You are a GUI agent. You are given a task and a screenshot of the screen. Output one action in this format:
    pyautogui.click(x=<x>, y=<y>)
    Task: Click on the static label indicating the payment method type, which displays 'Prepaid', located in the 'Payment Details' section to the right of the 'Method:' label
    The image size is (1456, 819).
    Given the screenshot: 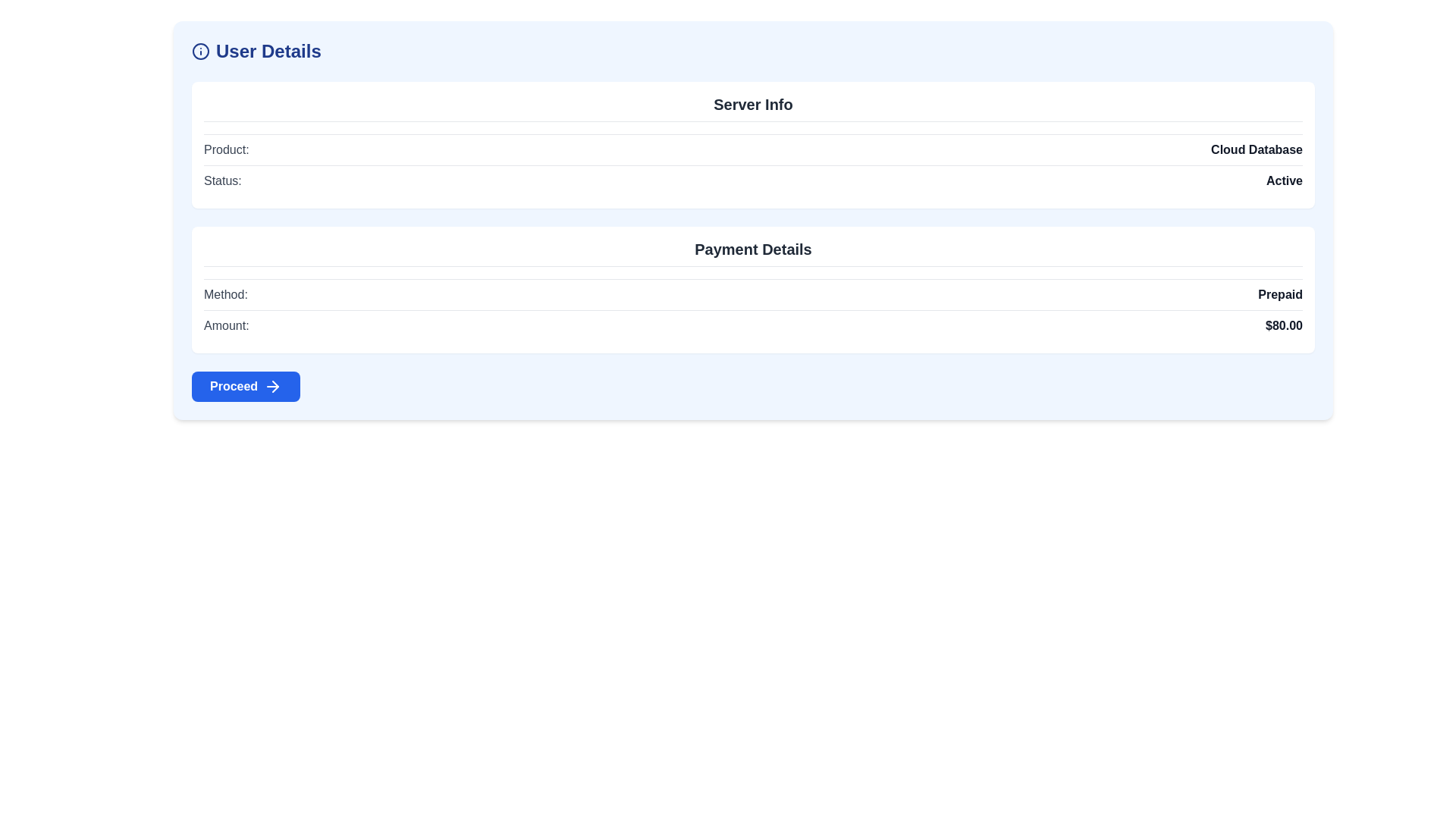 What is the action you would take?
    pyautogui.click(x=1279, y=295)
    